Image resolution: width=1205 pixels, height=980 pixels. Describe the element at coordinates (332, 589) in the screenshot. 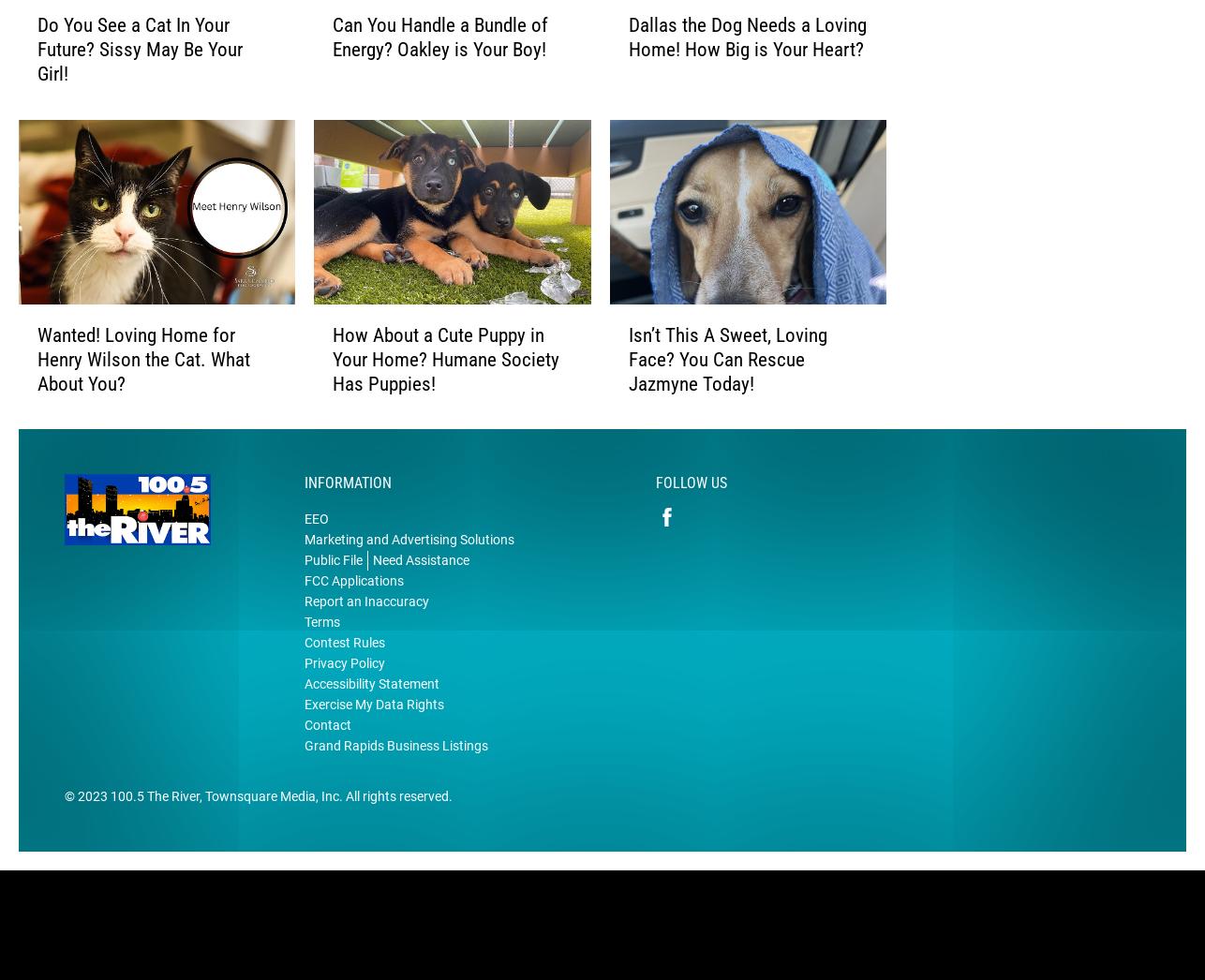

I see `'Public File'` at that location.